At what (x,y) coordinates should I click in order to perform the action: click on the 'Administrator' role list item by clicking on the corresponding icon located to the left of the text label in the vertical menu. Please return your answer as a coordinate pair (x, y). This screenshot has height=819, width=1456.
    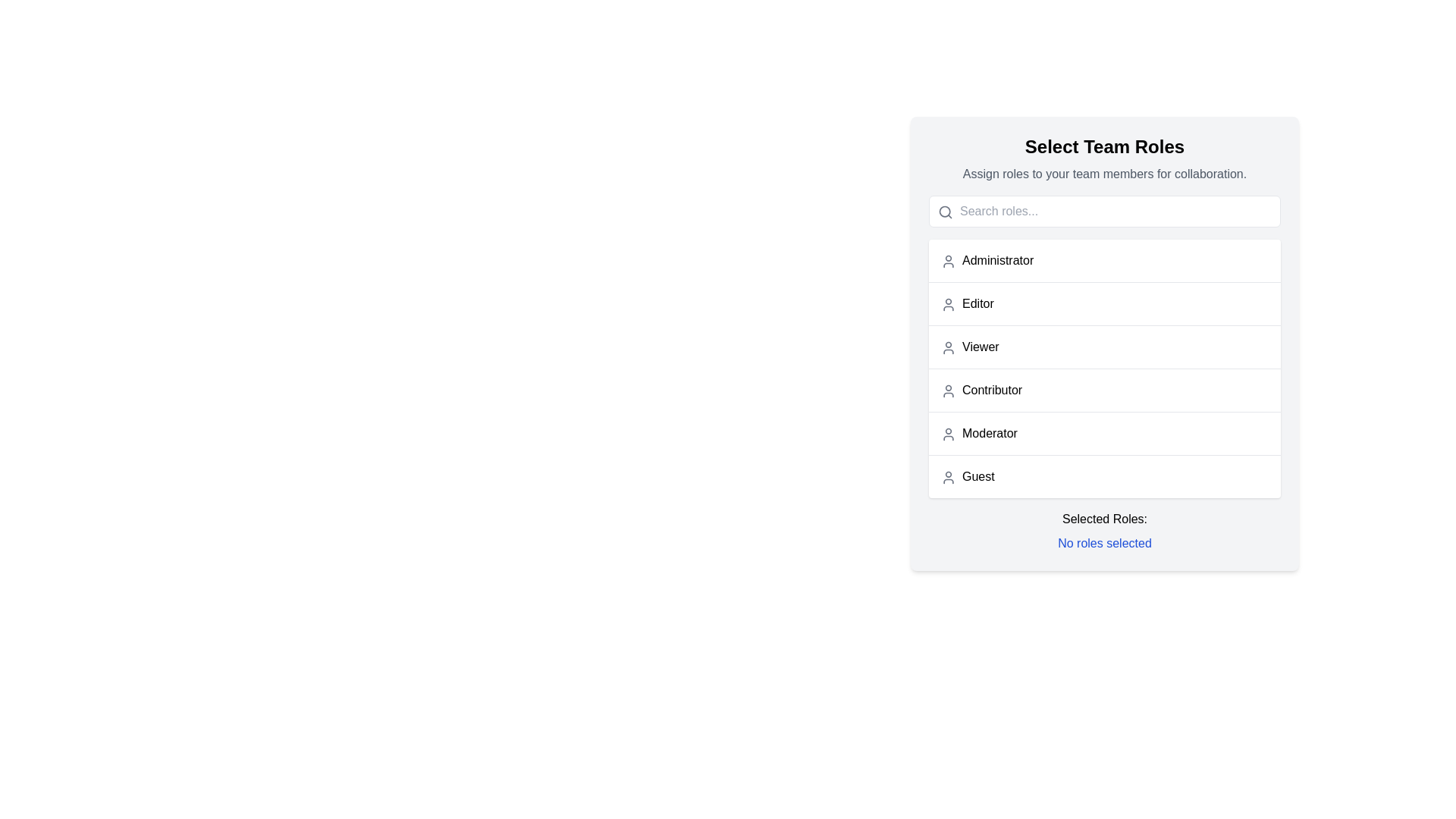
    Looking at the image, I should click on (948, 259).